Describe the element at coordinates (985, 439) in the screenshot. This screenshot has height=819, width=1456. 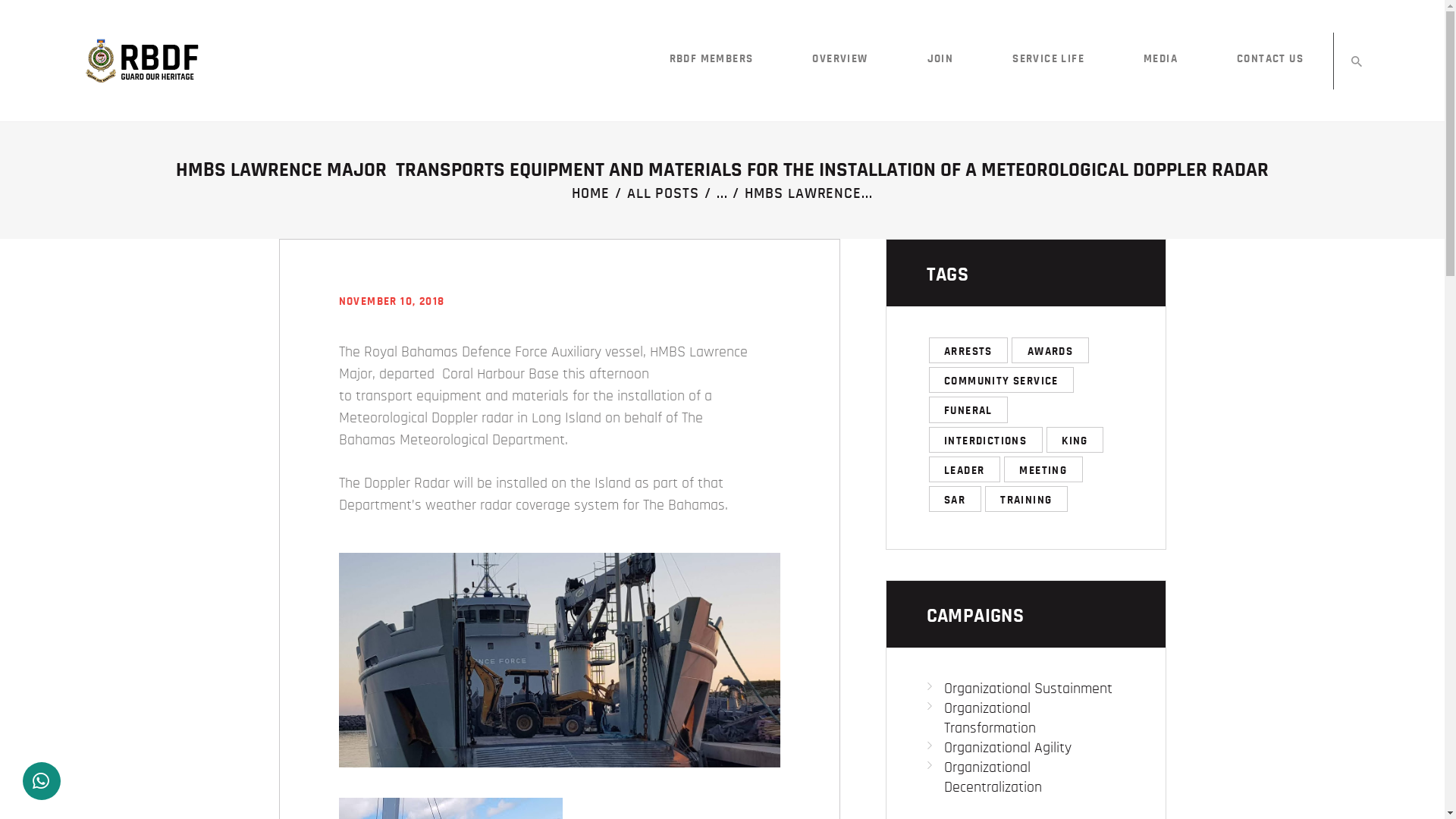
I see `'INTERDICTIONS'` at that location.